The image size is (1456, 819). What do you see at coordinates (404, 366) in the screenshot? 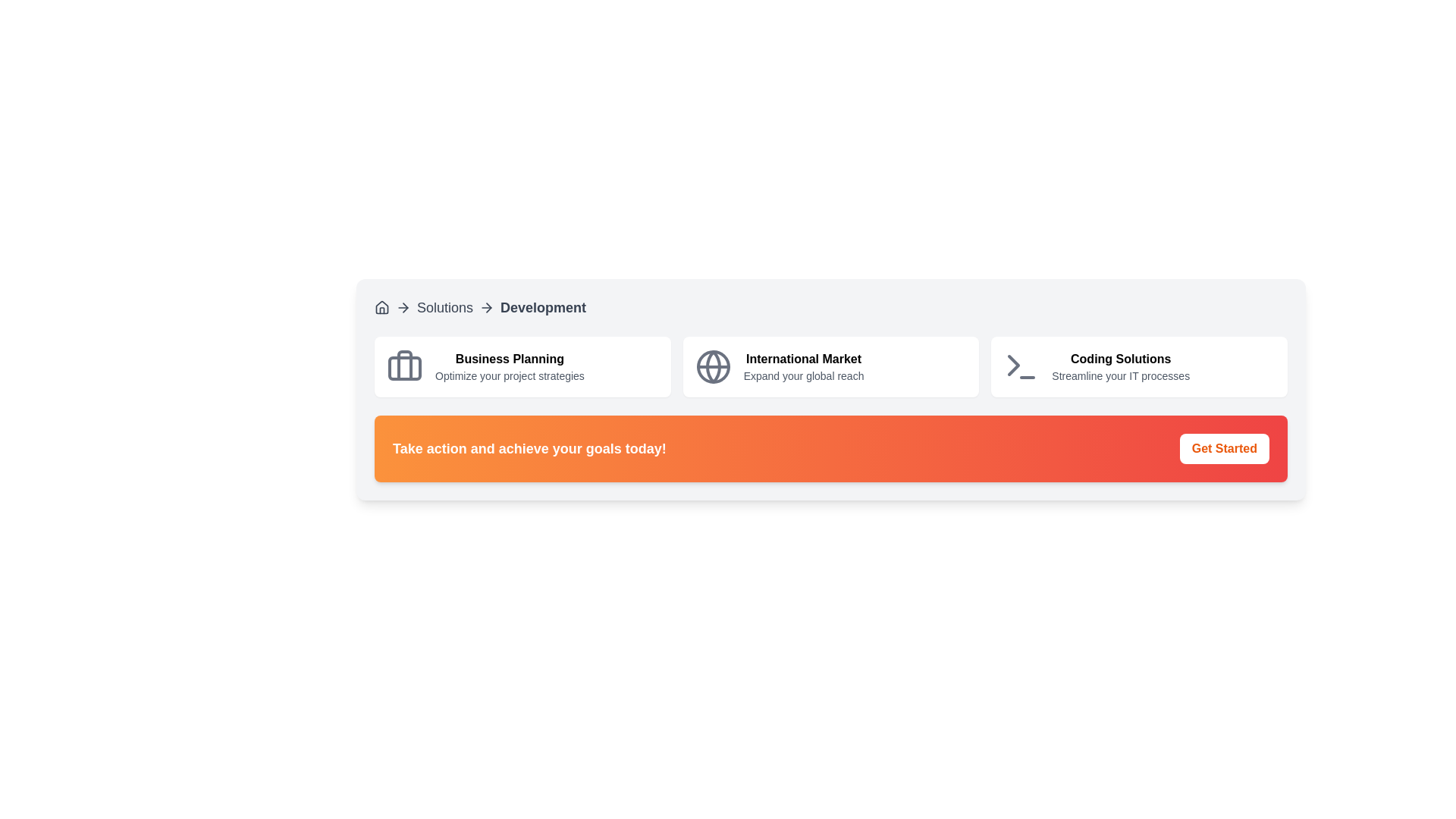
I see `the gray minimalistic briefcase icon located at the leftmost side of the 'Business Planning' section, above the text 'Optimize your project strategies'` at bounding box center [404, 366].